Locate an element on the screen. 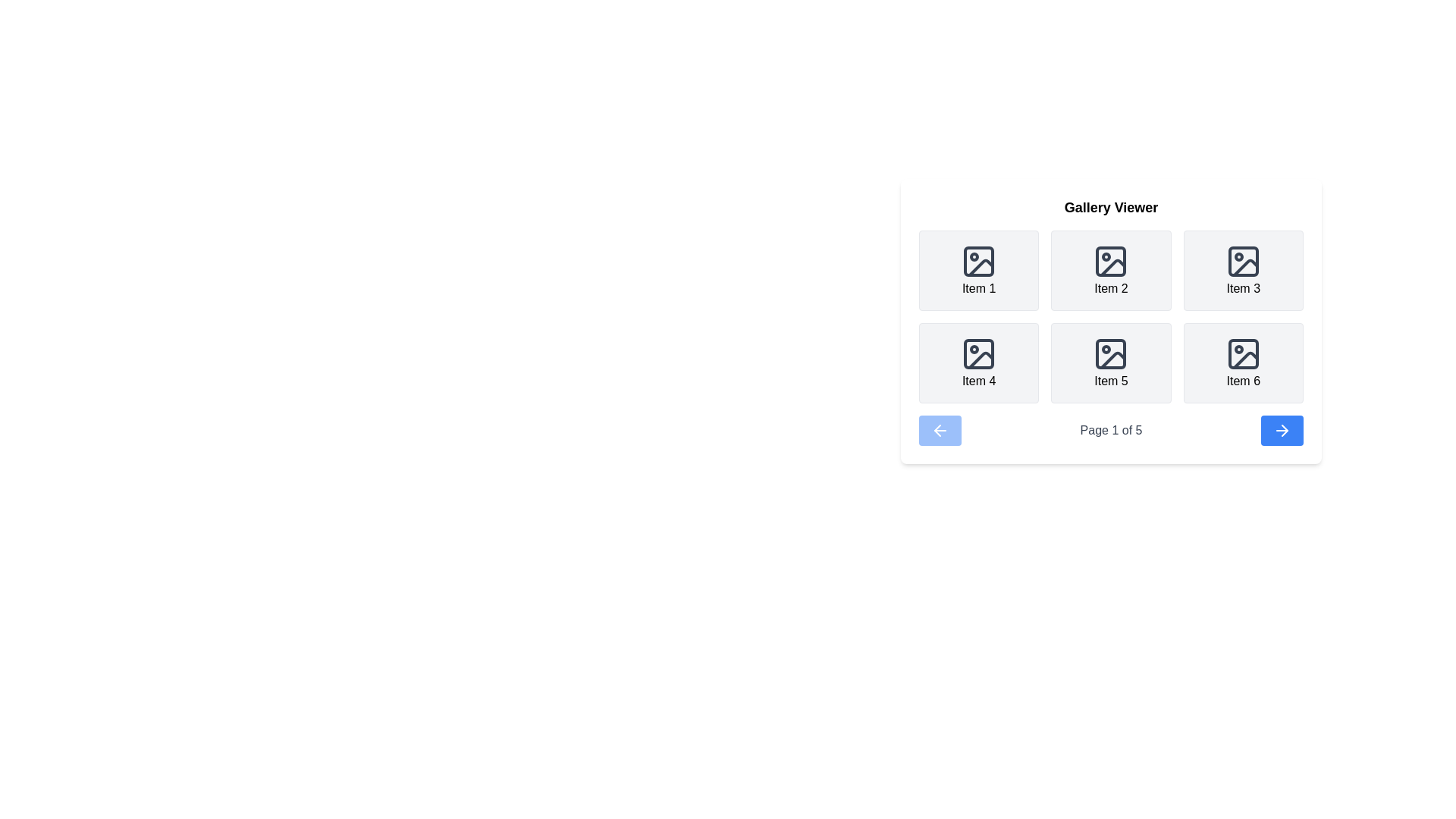  the displayed page number and total pages in the Static Text Display located at the center of the navigation bar between the 'previous' and 'next' buttons is located at coordinates (1111, 430).